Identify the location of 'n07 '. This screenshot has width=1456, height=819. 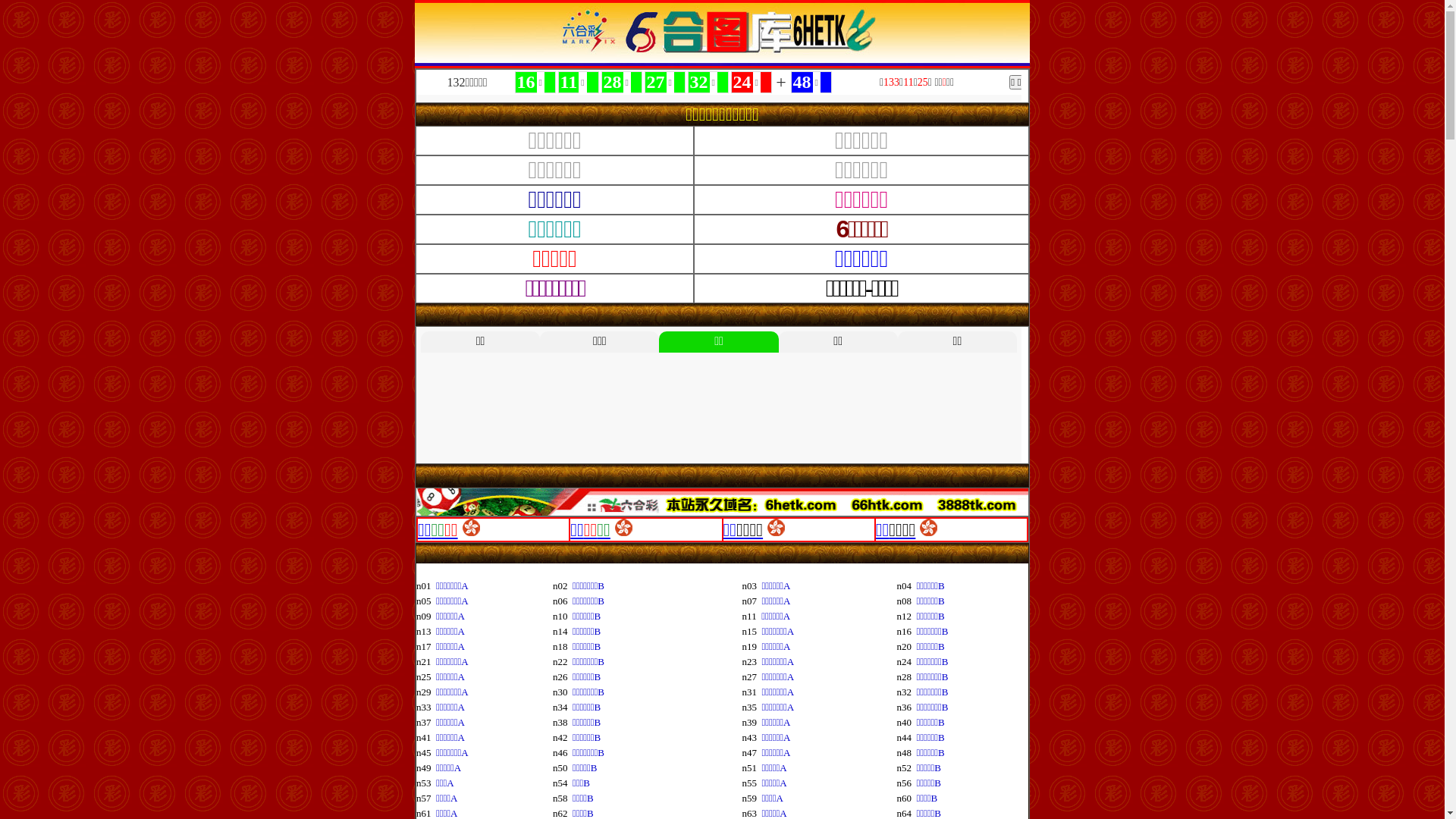
(752, 600).